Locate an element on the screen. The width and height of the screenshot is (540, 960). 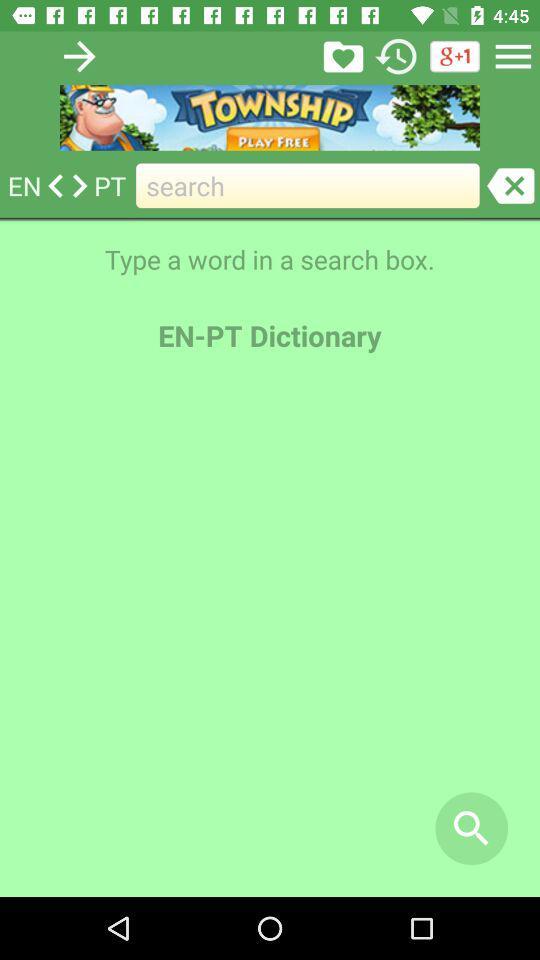
the icon at the bottom right corner is located at coordinates (471, 828).